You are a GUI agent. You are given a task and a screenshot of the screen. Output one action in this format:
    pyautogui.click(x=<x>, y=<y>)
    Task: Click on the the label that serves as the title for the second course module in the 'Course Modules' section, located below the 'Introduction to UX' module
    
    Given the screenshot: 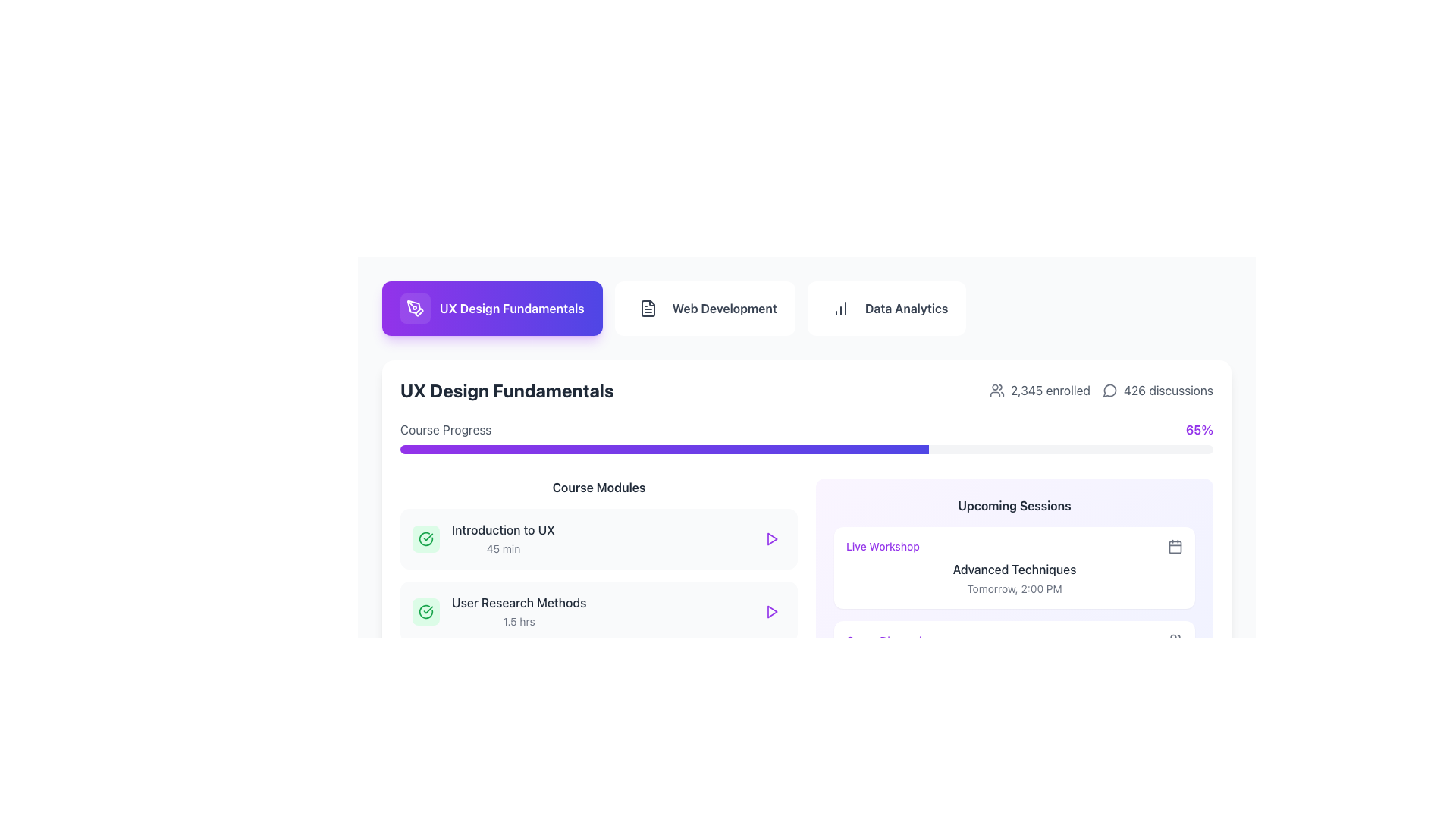 What is the action you would take?
    pyautogui.click(x=519, y=601)
    